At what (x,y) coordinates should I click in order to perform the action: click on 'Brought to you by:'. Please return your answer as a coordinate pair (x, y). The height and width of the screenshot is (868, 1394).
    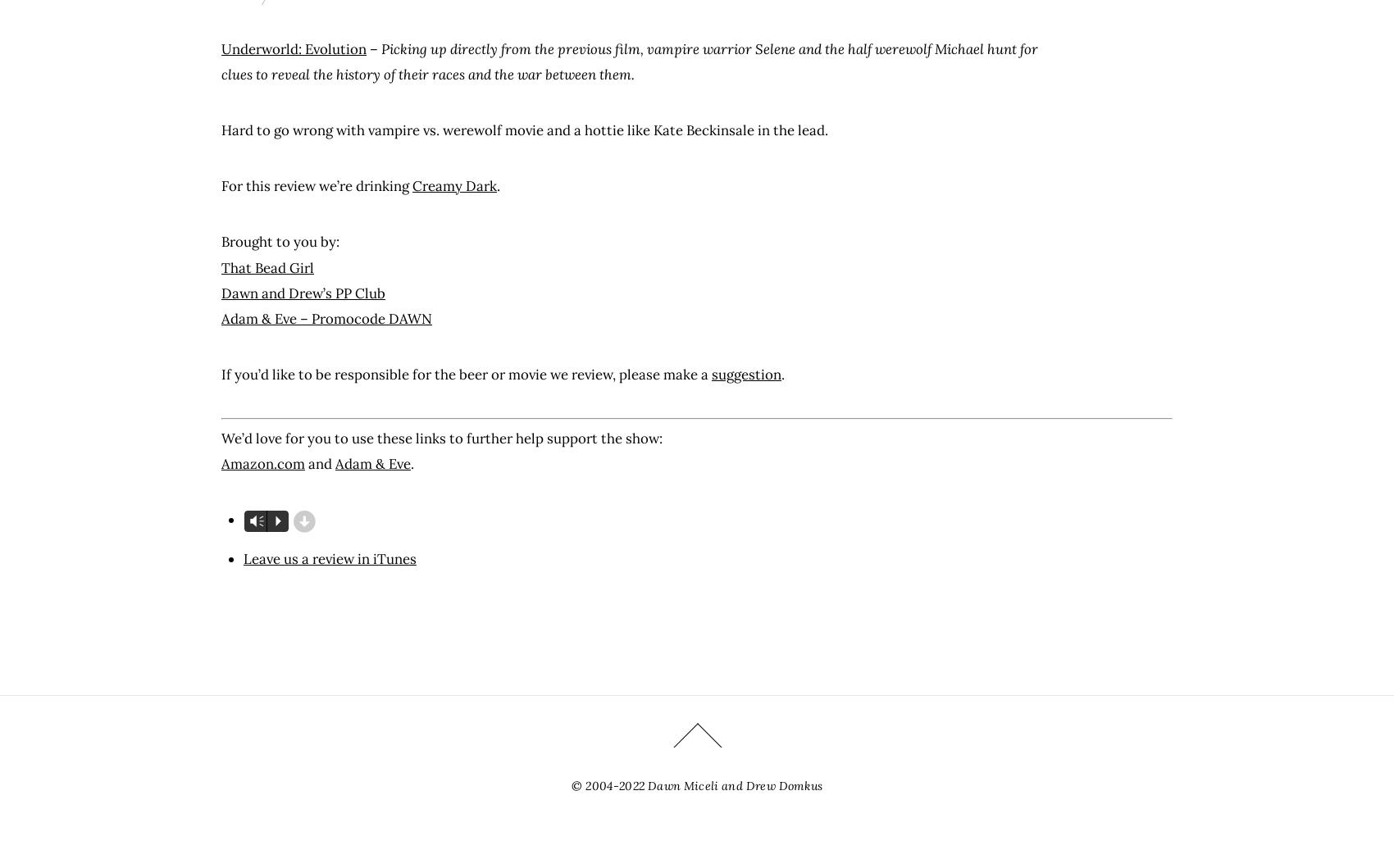
    Looking at the image, I should click on (280, 242).